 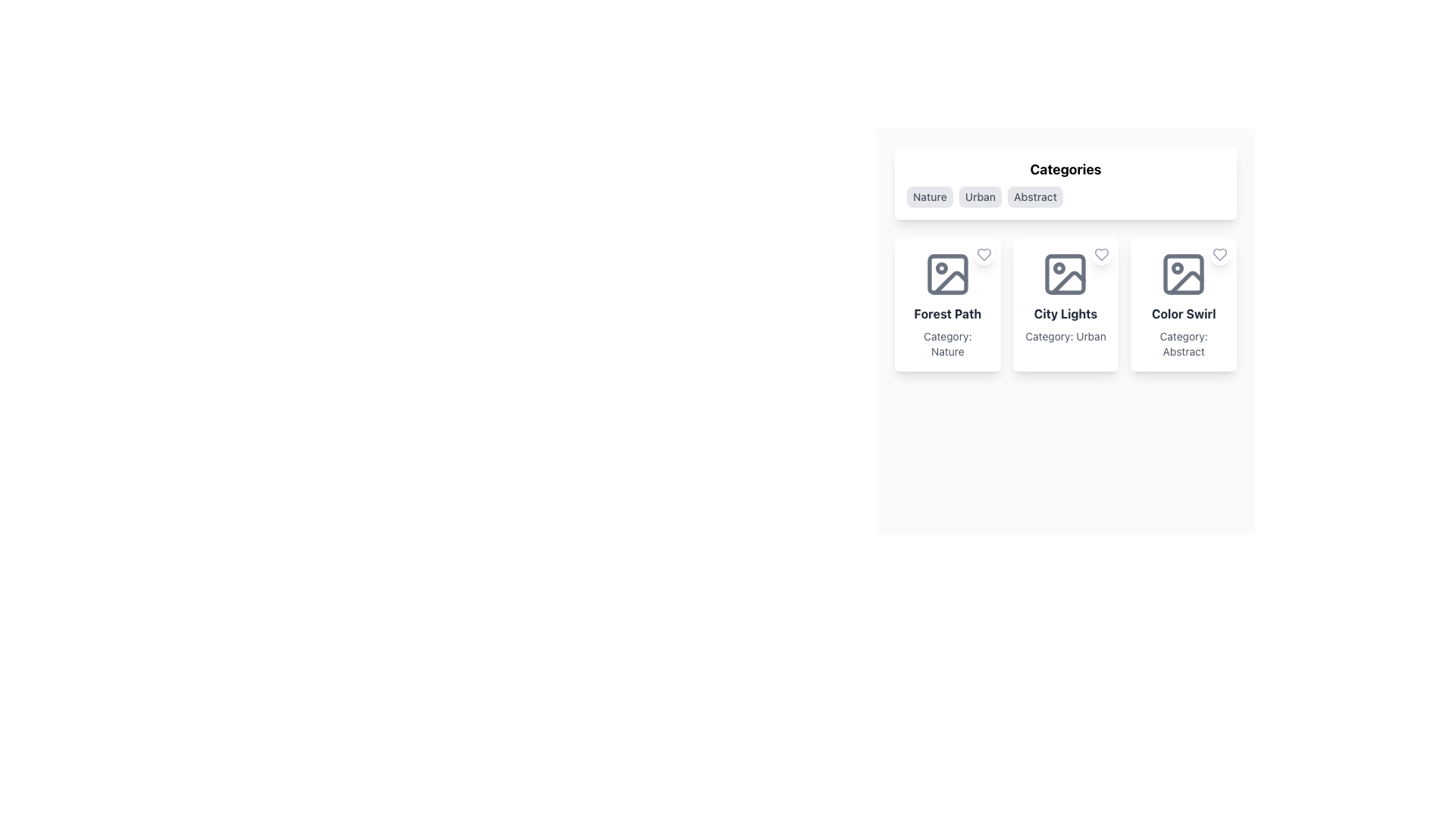 What do you see at coordinates (1059, 268) in the screenshot?
I see `the decorative circle within the SVG graphic of the 'City Lights' card, which is the second card from the left in the Urban category` at bounding box center [1059, 268].